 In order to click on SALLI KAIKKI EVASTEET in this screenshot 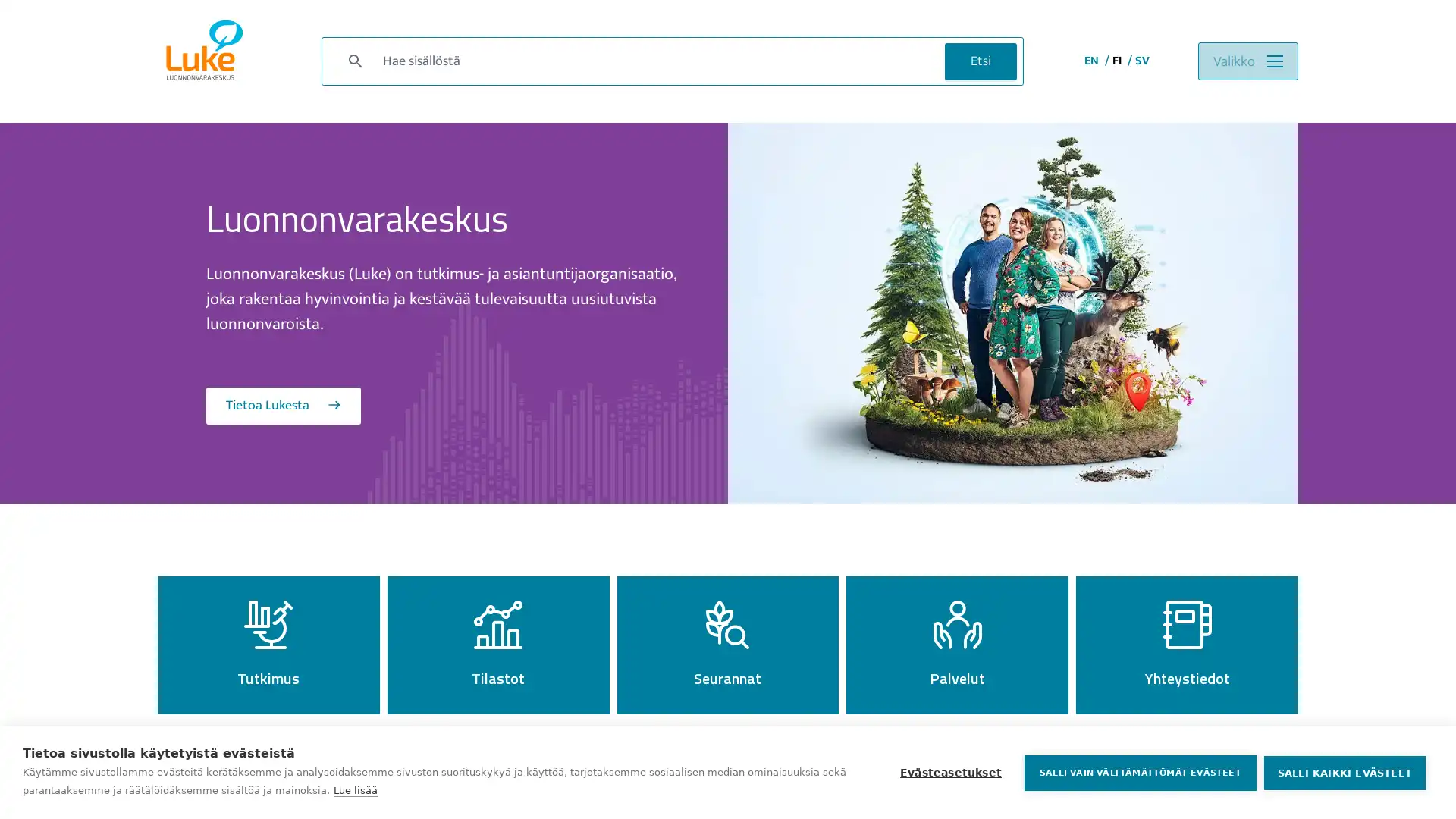, I will do `click(1344, 772)`.